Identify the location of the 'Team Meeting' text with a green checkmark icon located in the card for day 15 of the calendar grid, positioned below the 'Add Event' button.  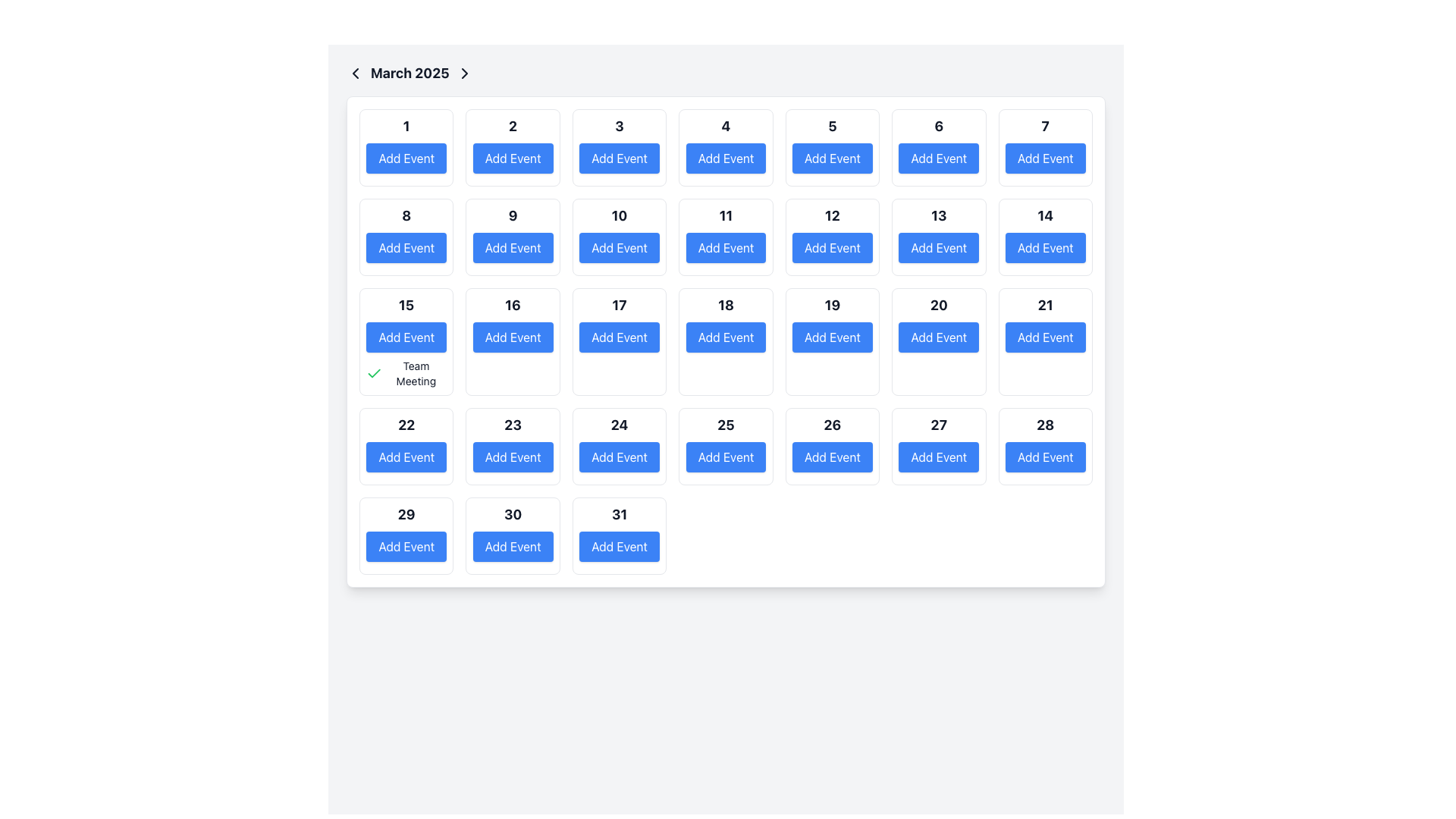
(406, 374).